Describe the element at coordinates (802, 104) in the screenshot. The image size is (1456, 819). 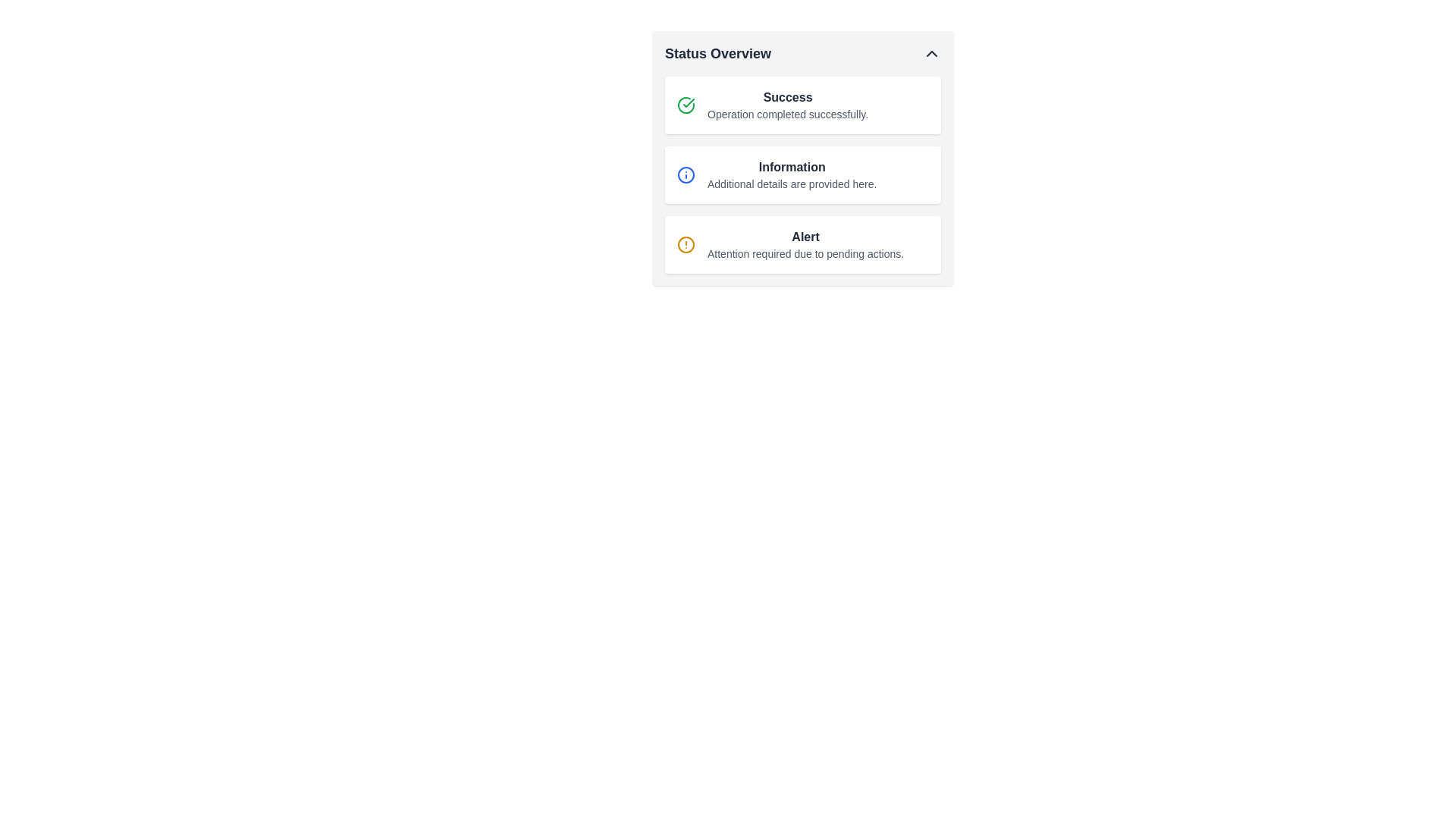
I see `success notification message box located at the top of the vertical stack of message boxes` at that location.